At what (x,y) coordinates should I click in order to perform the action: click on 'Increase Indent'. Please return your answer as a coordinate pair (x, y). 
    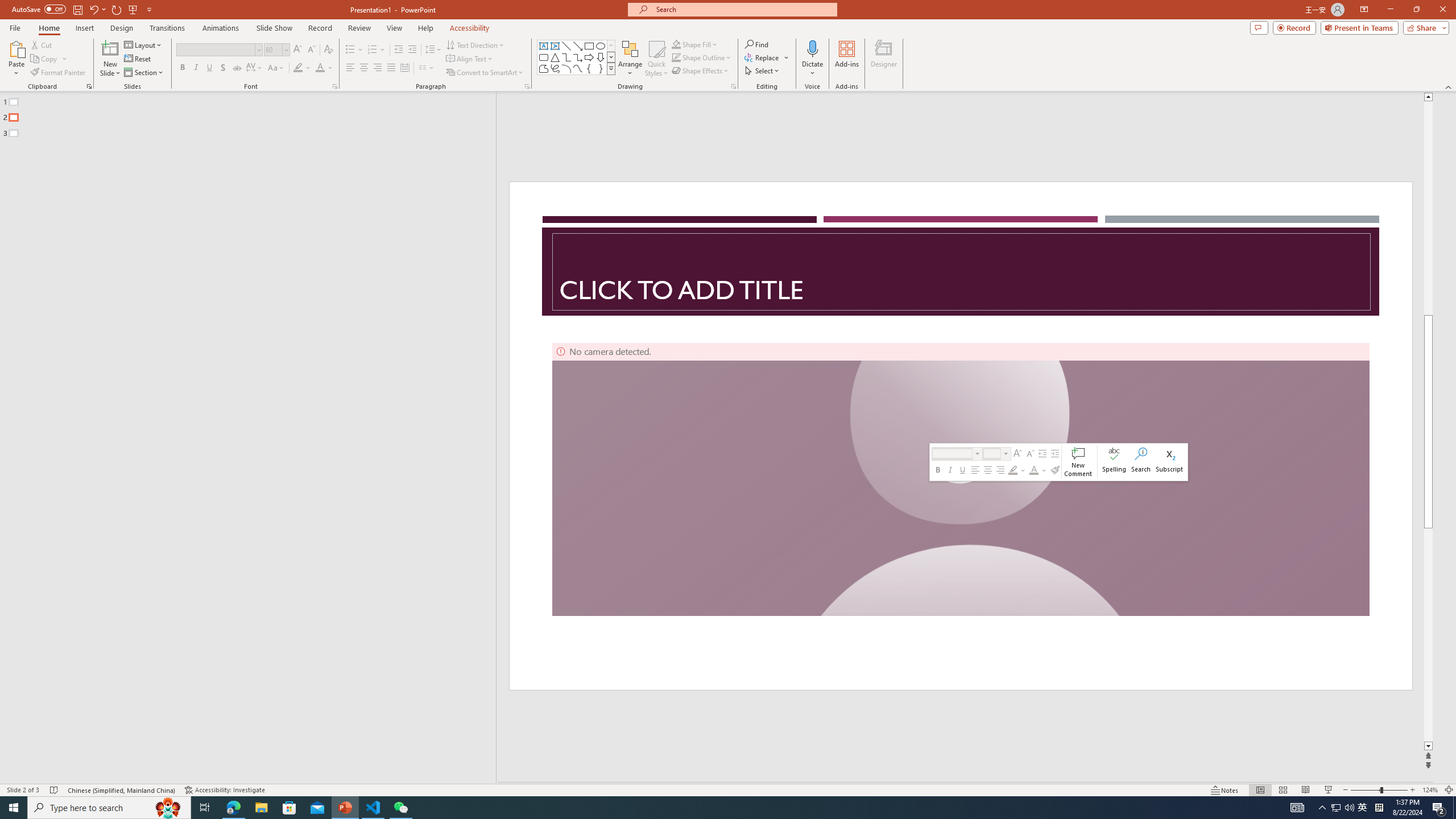
    Looking at the image, I should click on (412, 49).